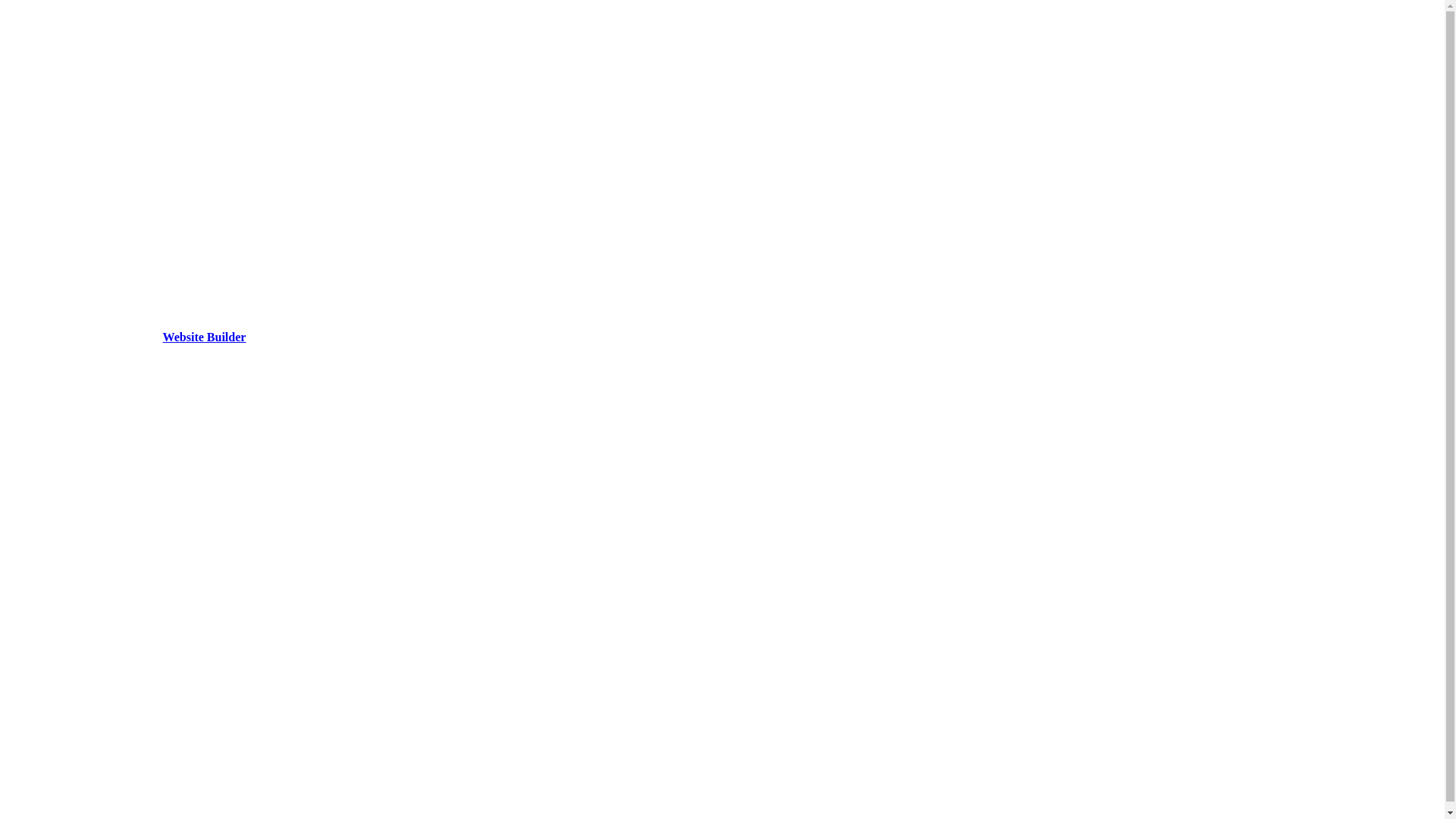  What do you see at coordinates (203, 336) in the screenshot?
I see `'Website Builder'` at bounding box center [203, 336].